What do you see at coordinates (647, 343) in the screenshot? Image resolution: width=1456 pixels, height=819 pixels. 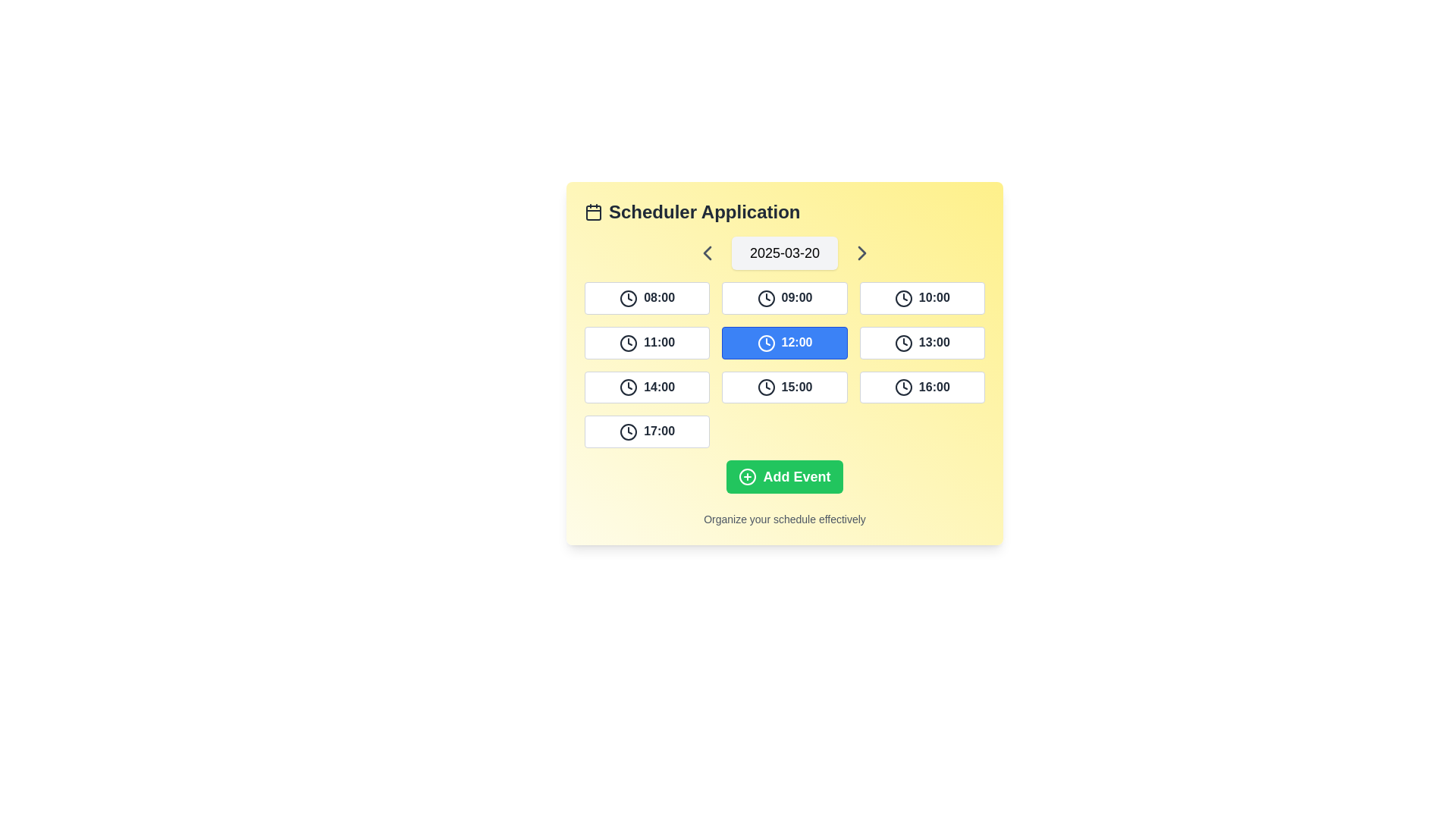 I see `the time slot button labeled '11:00'` at bounding box center [647, 343].